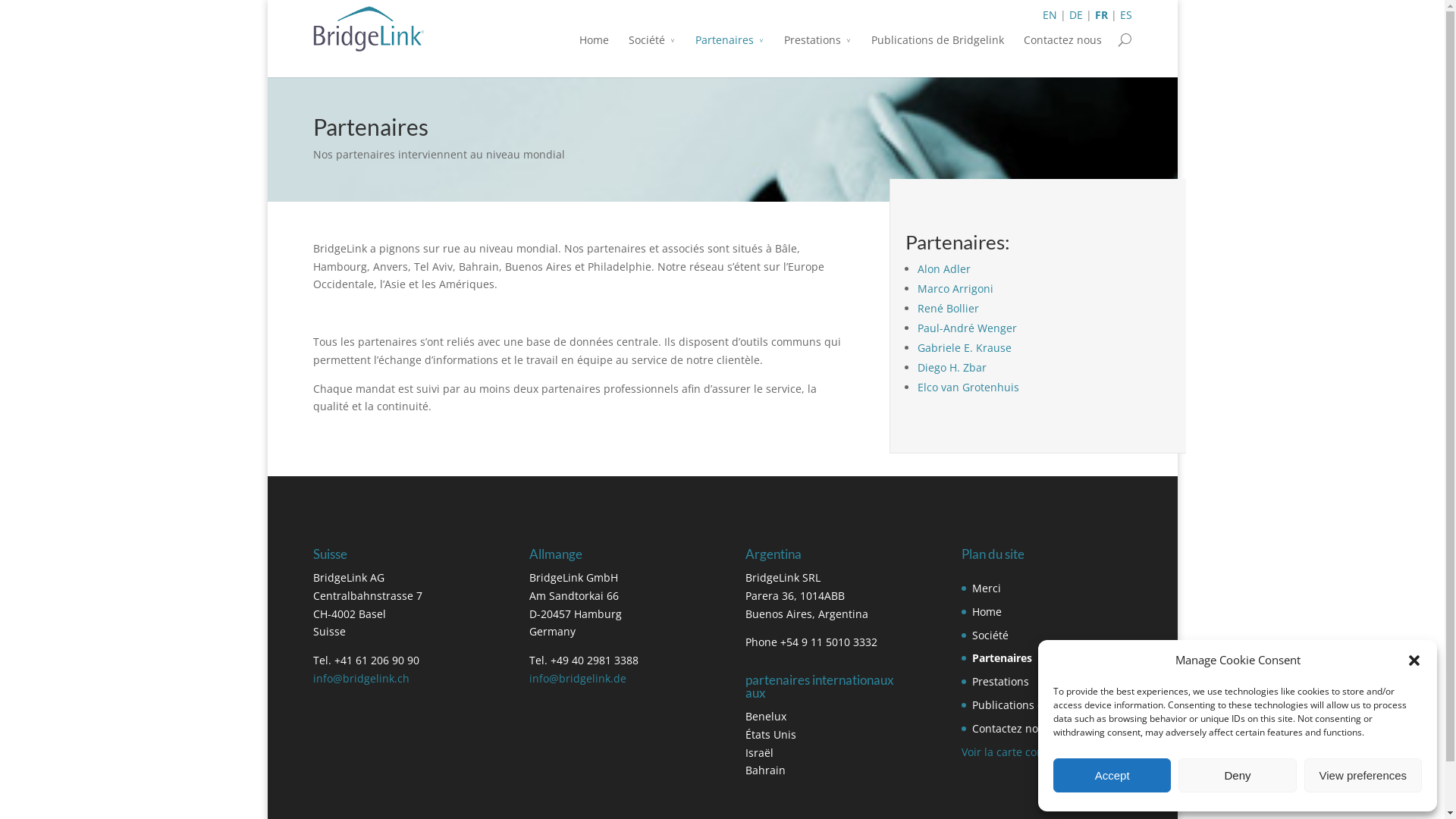 The height and width of the screenshot is (819, 1456). Describe the element at coordinates (986, 587) in the screenshot. I see `'Merci'` at that location.